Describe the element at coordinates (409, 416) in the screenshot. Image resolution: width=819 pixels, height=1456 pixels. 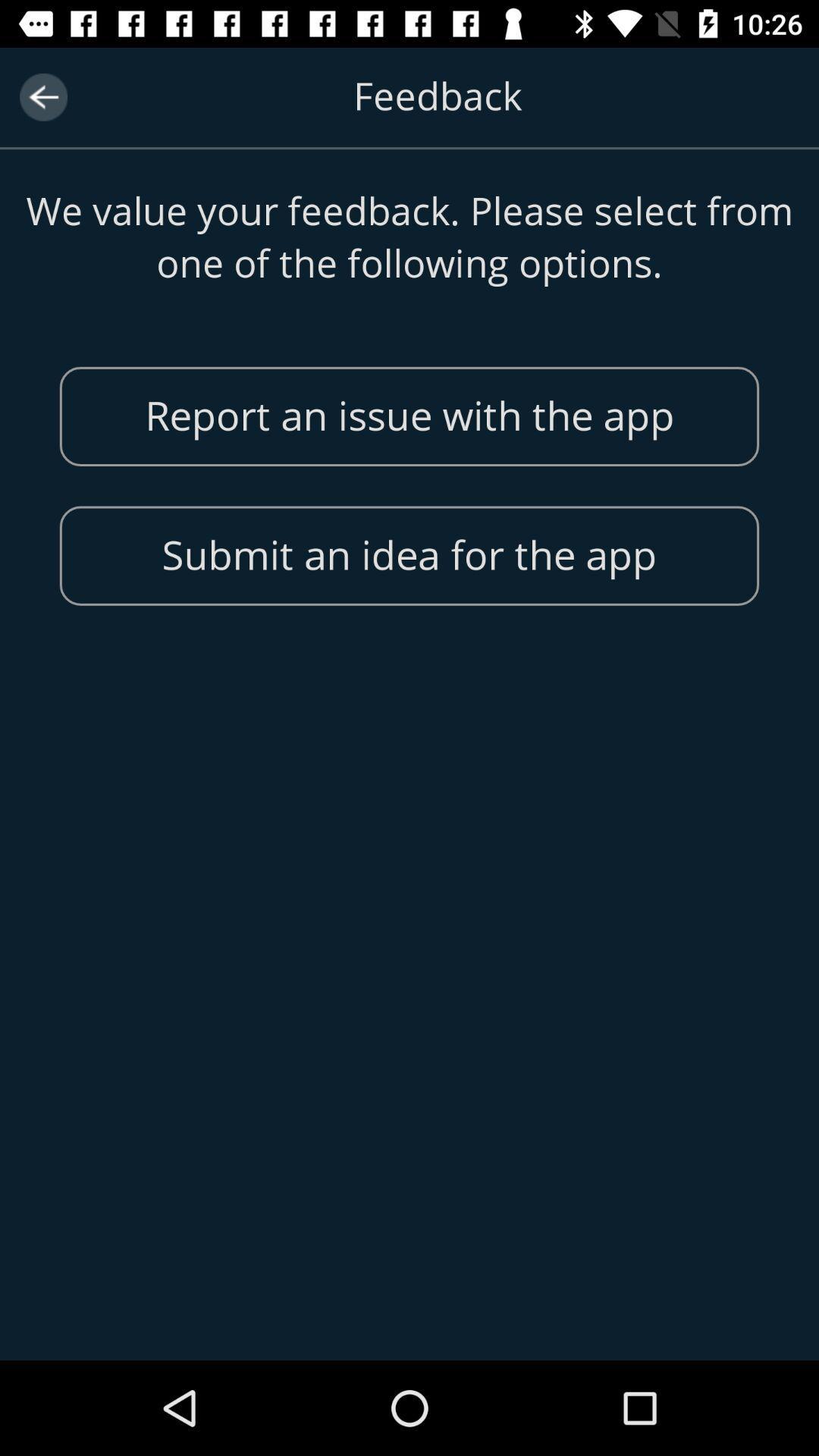
I see `enter the first button in feedback` at that location.